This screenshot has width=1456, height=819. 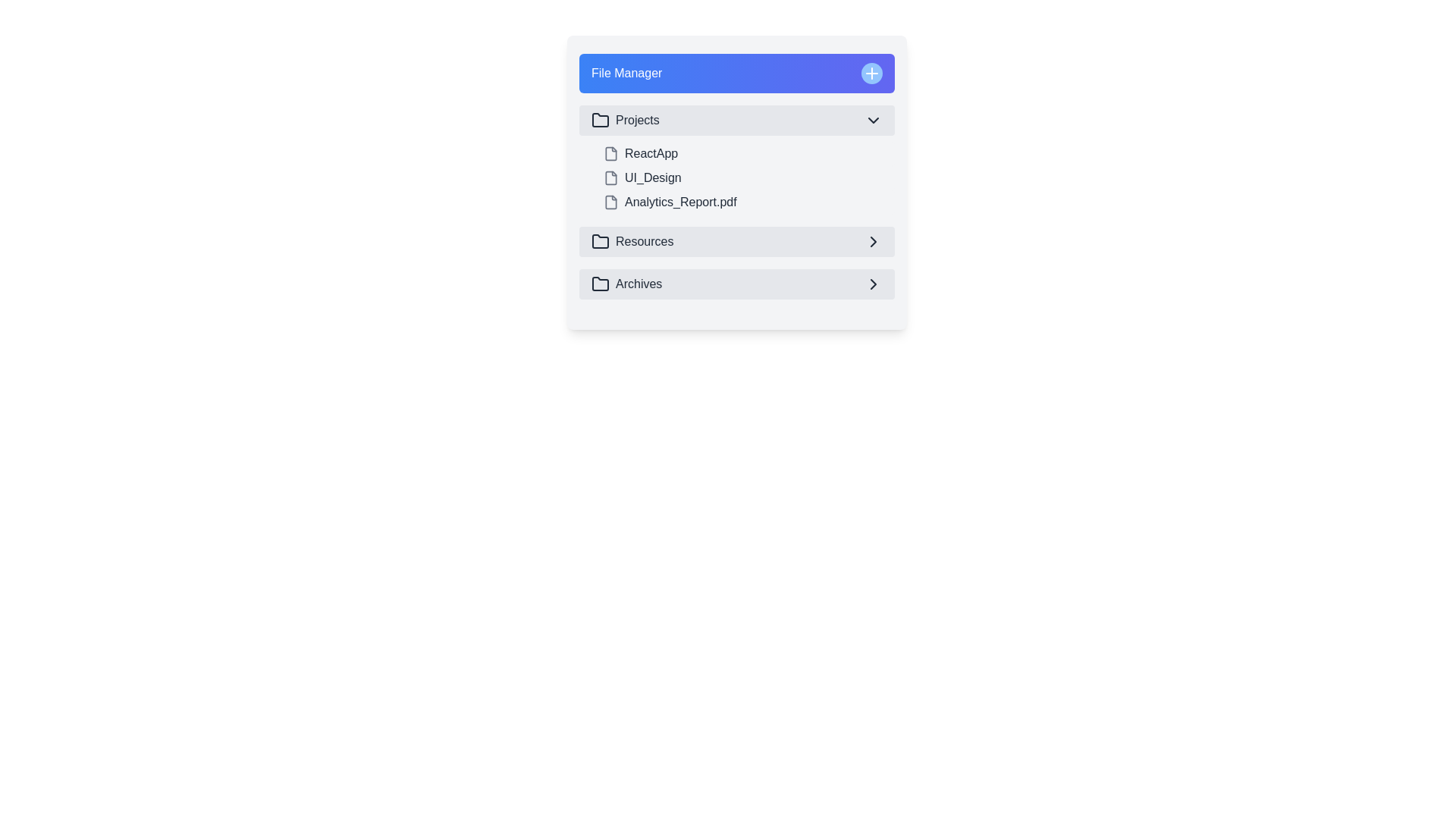 I want to click on the file type icon indicating that 'Analytics_Report.pdf' is a document, located at the left of the text label in the second position of the Projects folder in the File Manager interface, so click(x=611, y=201).